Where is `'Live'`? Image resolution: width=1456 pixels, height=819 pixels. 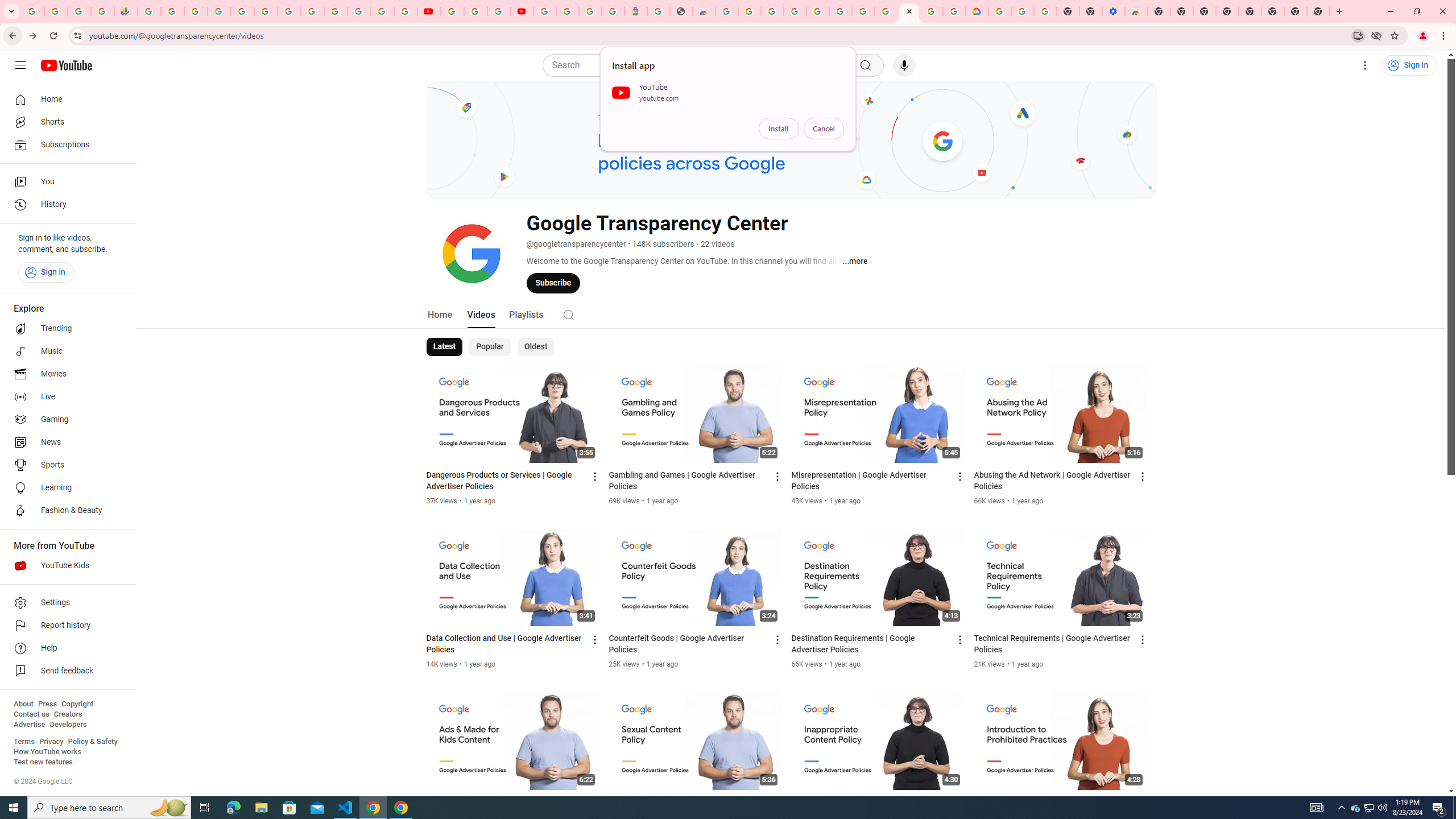
'Live' is located at coordinates (64, 396).